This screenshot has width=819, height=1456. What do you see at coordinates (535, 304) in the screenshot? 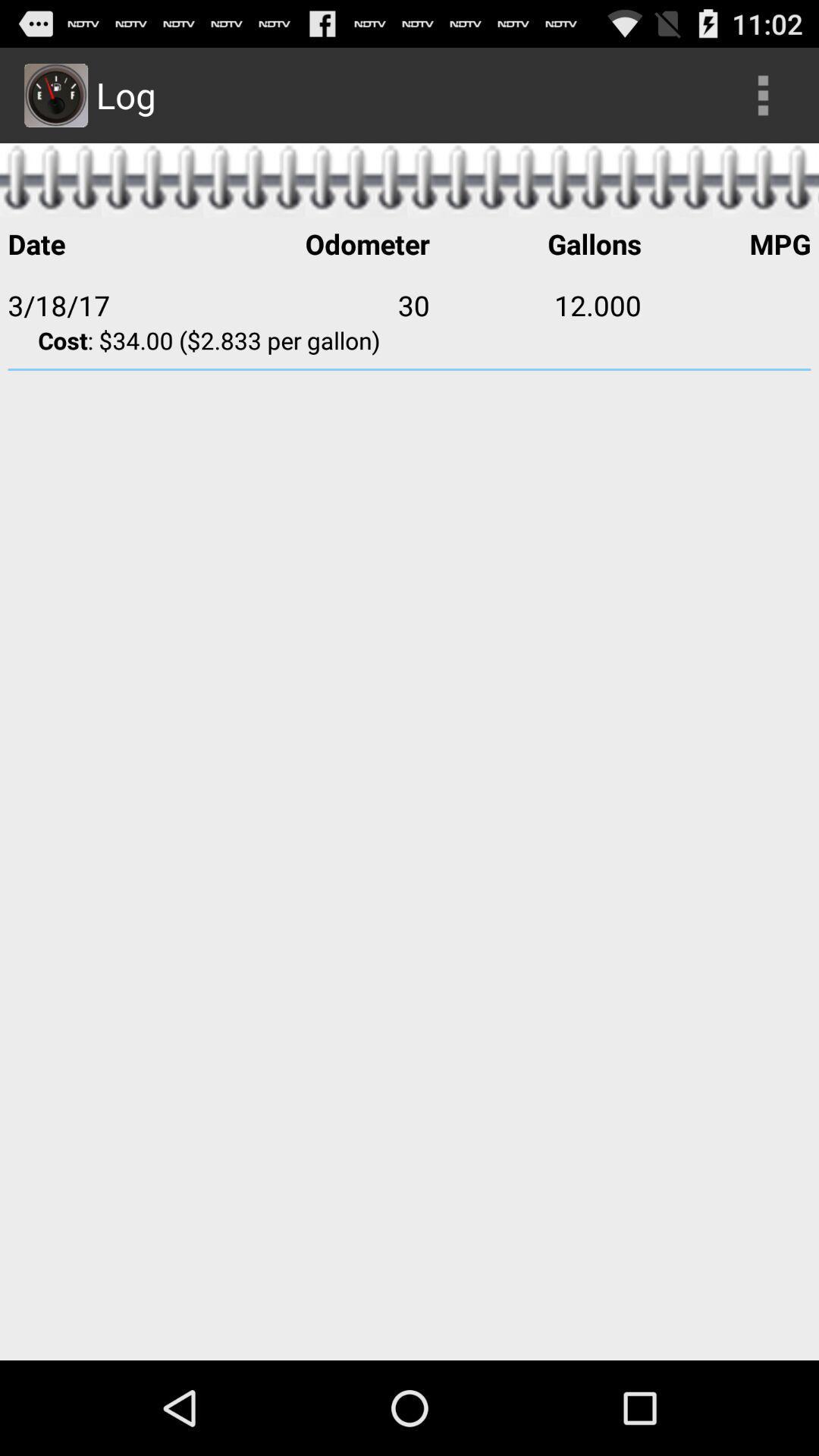
I see `the item next to the 30 app` at bounding box center [535, 304].